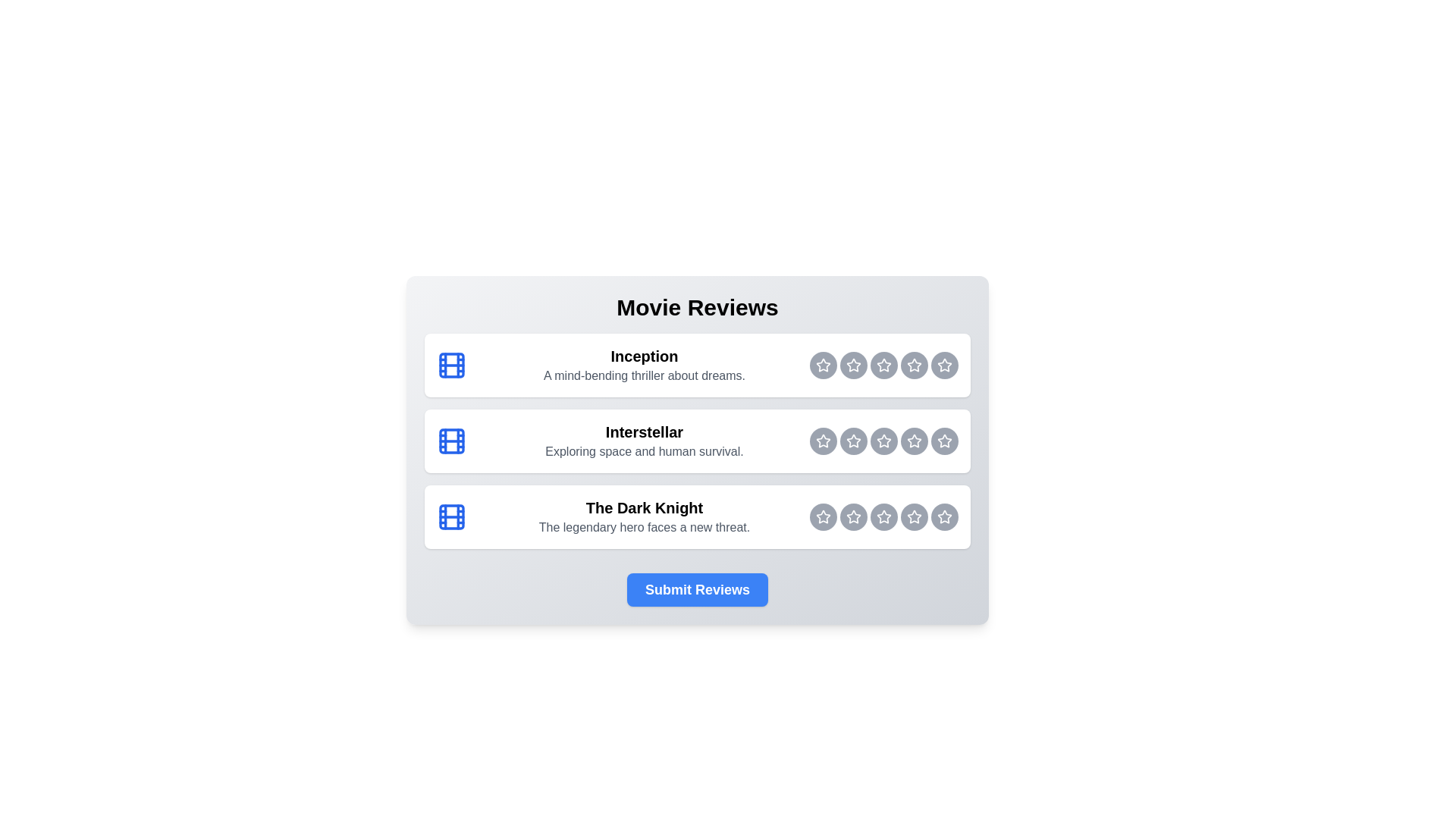  What do you see at coordinates (944, 441) in the screenshot?
I see `the rating button for Interstellar at 5 stars` at bounding box center [944, 441].